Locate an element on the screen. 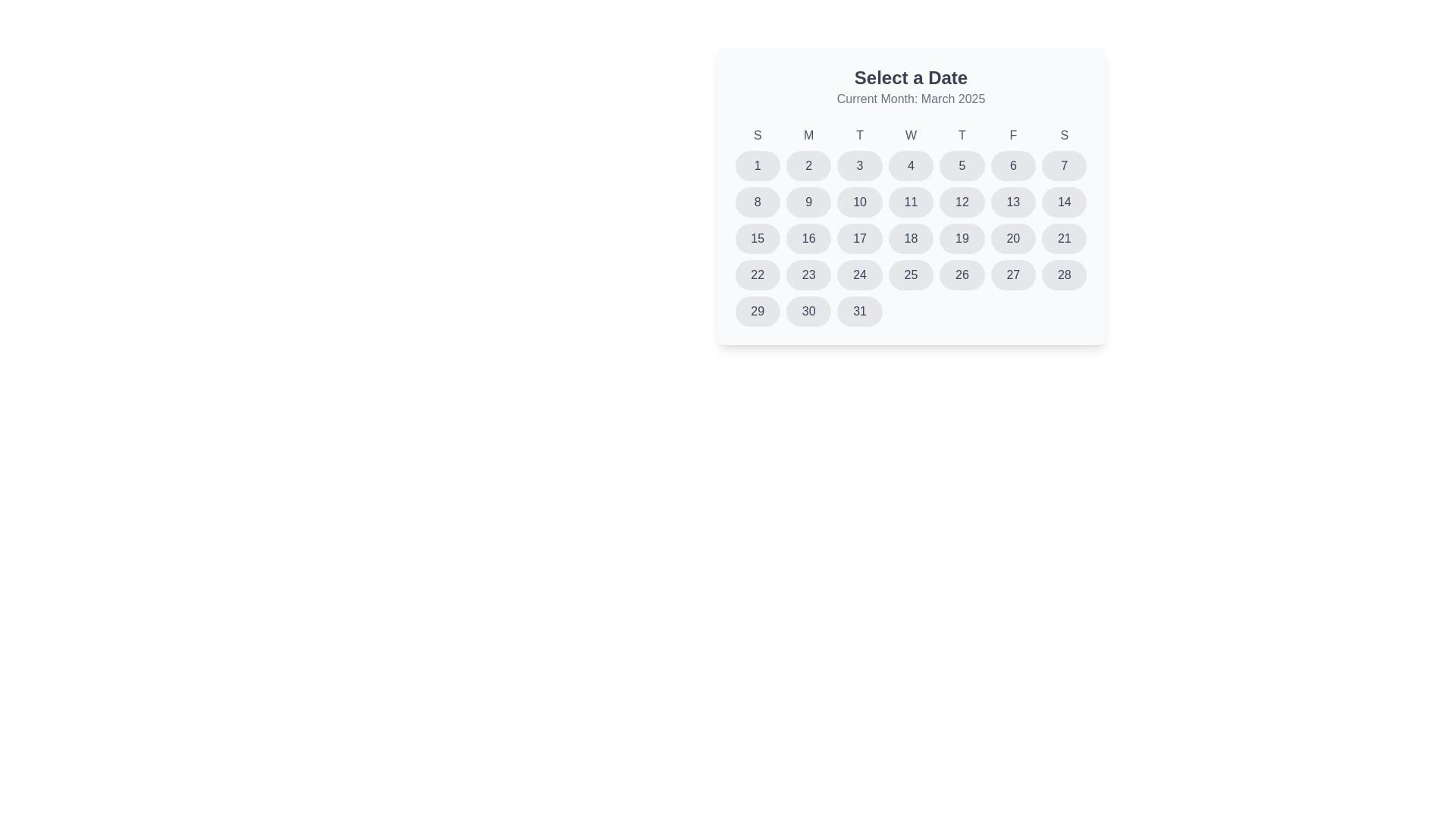  the circular button with a gray background displaying the number '10' in black font, located in the second row and third column of the calendar grid under 'T' for Tuesday is located at coordinates (860, 201).